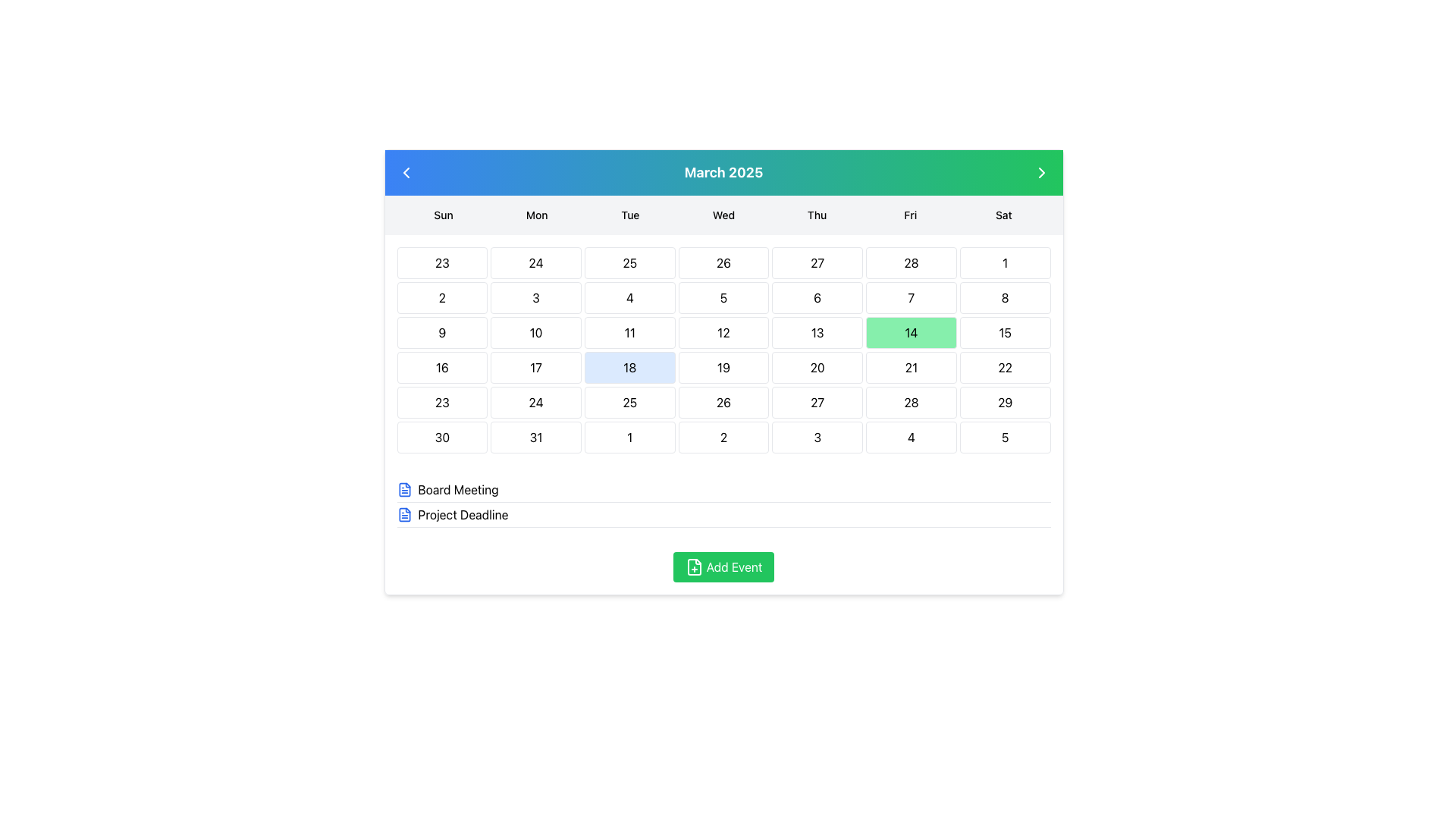 The height and width of the screenshot is (819, 1456). Describe the element at coordinates (629, 402) in the screenshot. I see `the calendar day button representing March 25, 2025, located in the 'Tue' column, fifth column and fourth row of the grid layout` at that location.